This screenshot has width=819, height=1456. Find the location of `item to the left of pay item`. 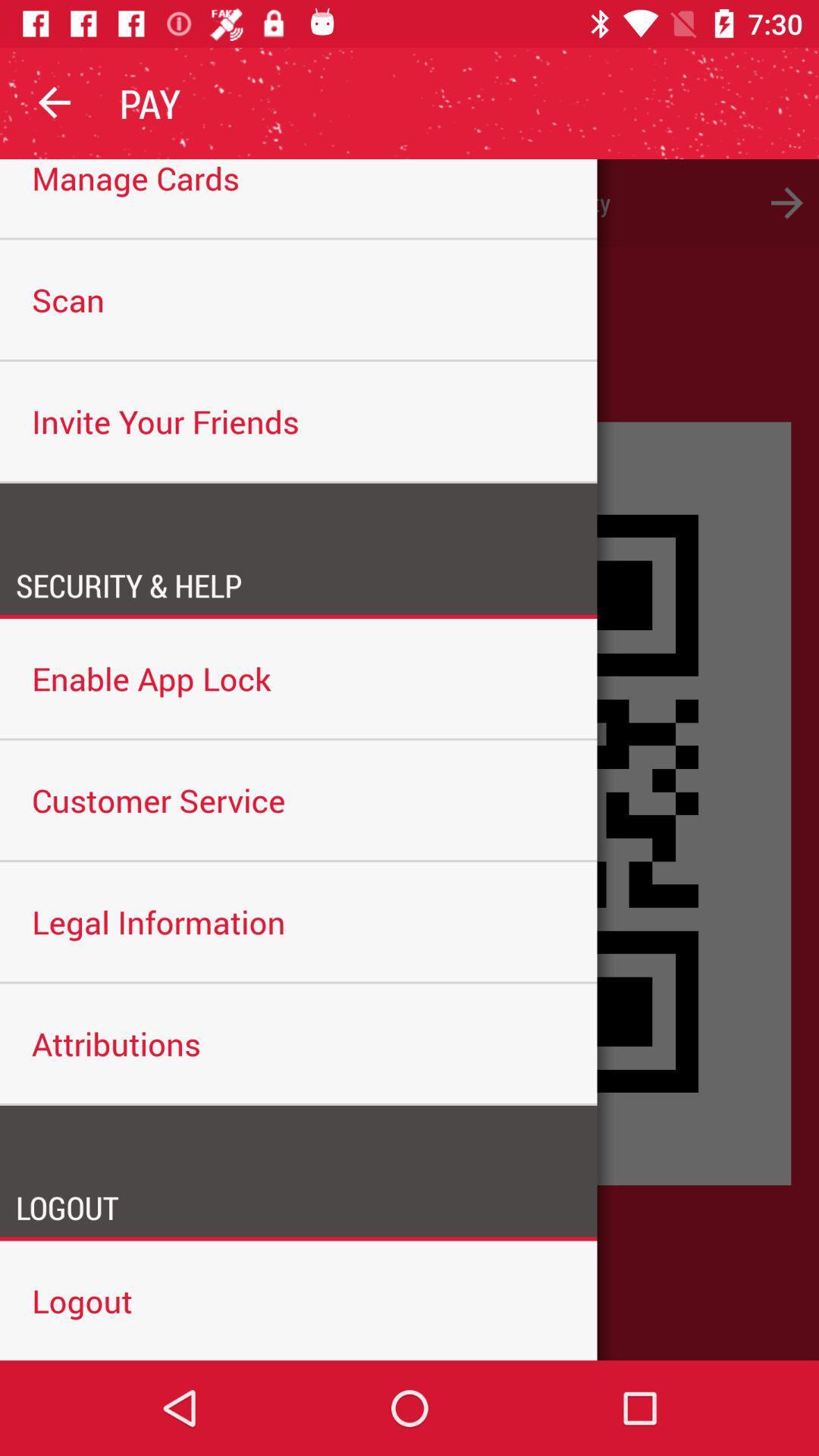

item to the left of pay item is located at coordinates (55, 102).